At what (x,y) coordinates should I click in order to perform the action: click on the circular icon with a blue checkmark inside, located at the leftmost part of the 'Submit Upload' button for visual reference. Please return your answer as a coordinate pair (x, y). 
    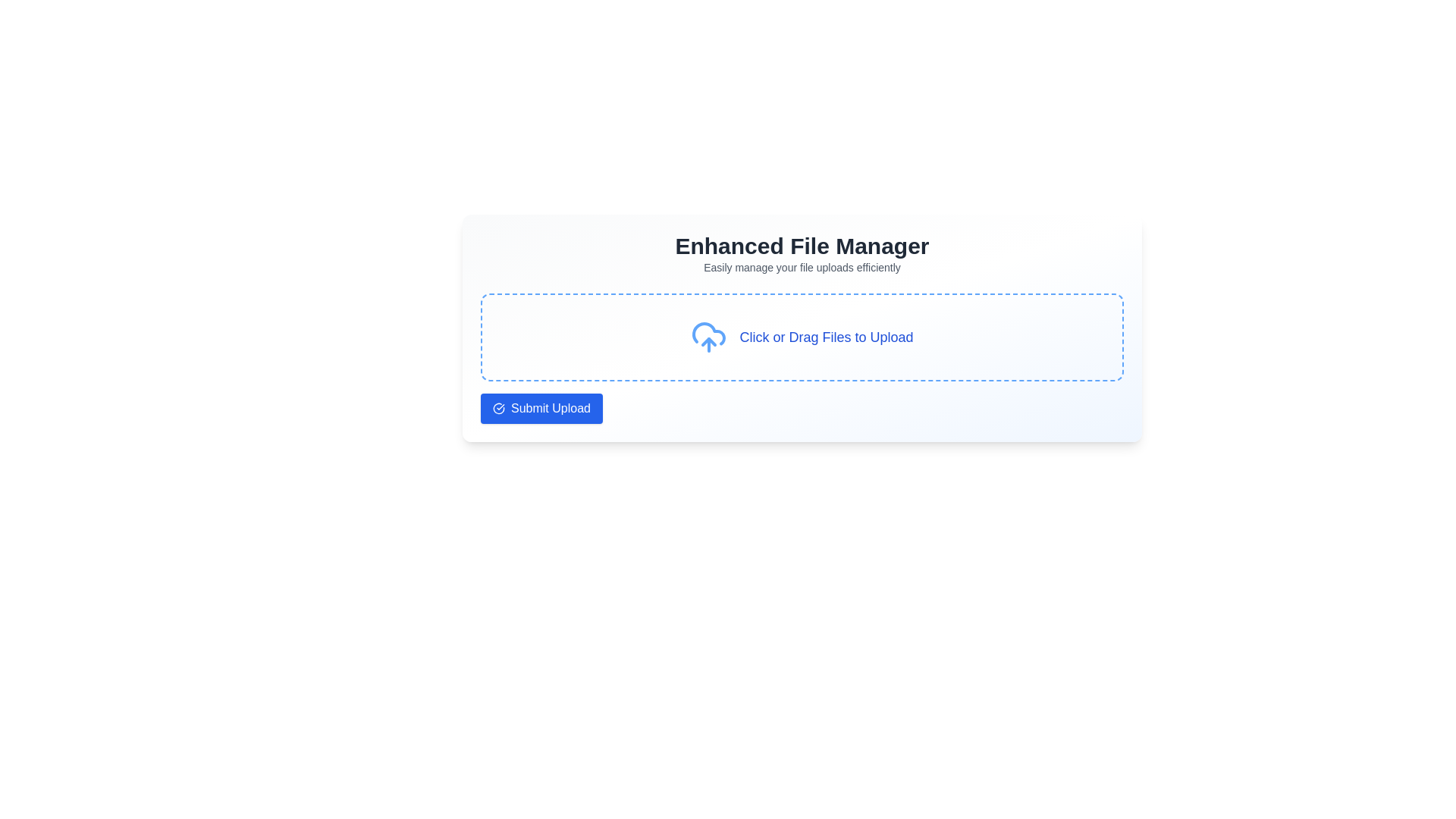
    Looking at the image, I should click on (498, 408).